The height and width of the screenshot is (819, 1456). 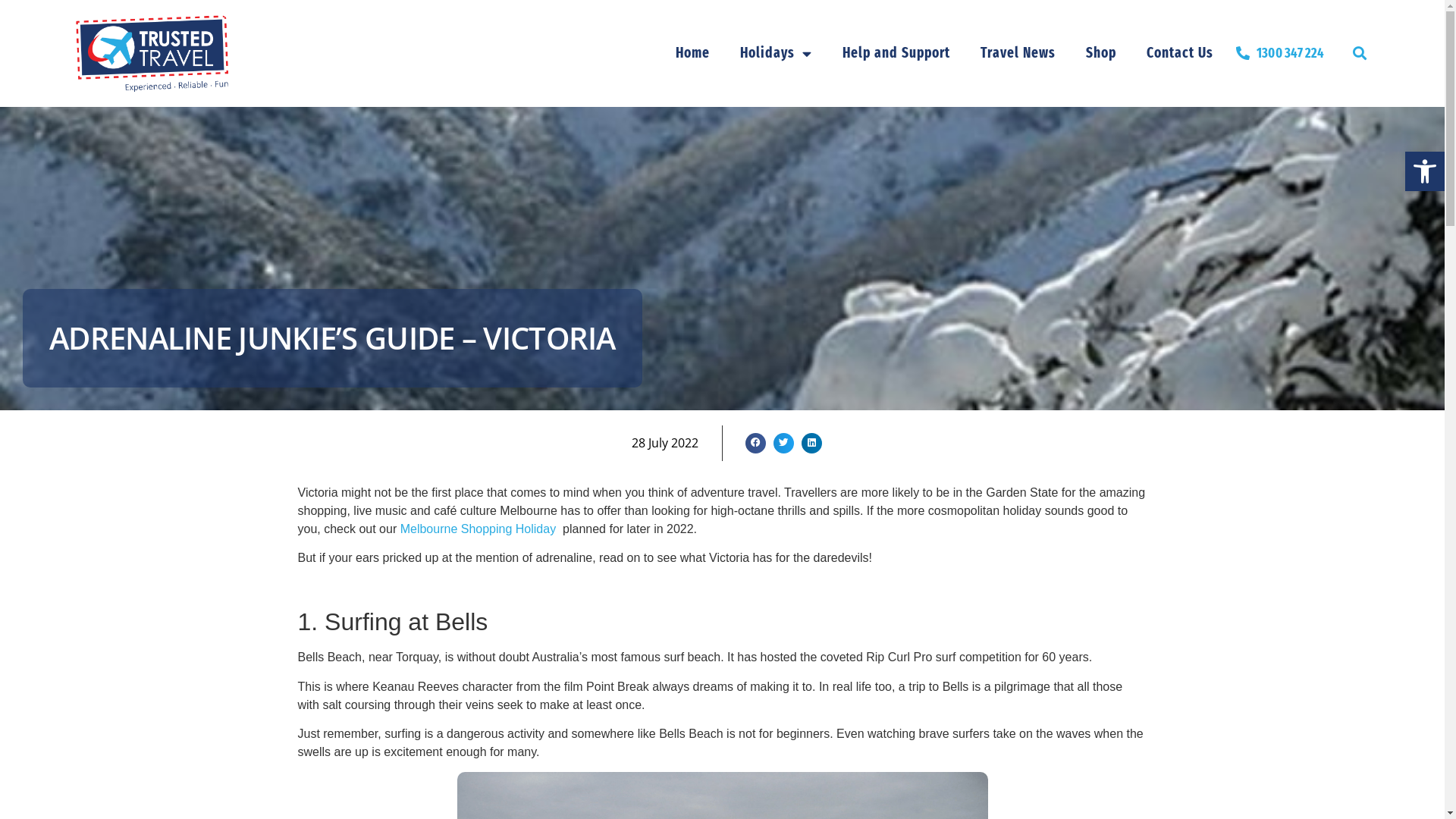 What do you see at coordinates (896, 52) in the screenshot?
I see `'Help and Support'` at bounding box center [896, 52].